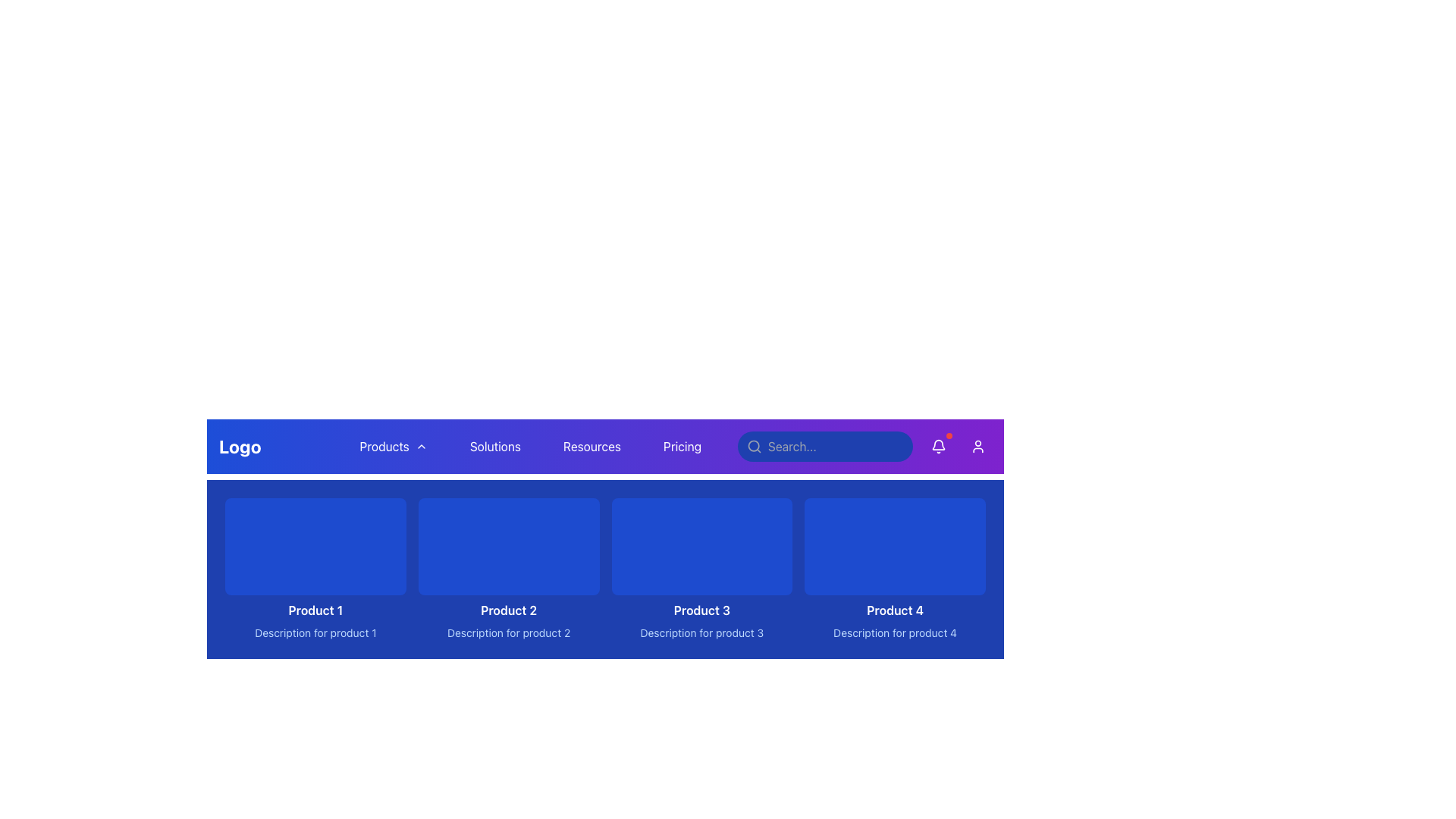 The height and width of the screenshot is (819, 1456). Describe the element at coordinates (315, 570) in the screenshot. I see `the product card displaying information about 'Product 1', which is the first item in a grid of similar components located at the top-left corner` at that location.